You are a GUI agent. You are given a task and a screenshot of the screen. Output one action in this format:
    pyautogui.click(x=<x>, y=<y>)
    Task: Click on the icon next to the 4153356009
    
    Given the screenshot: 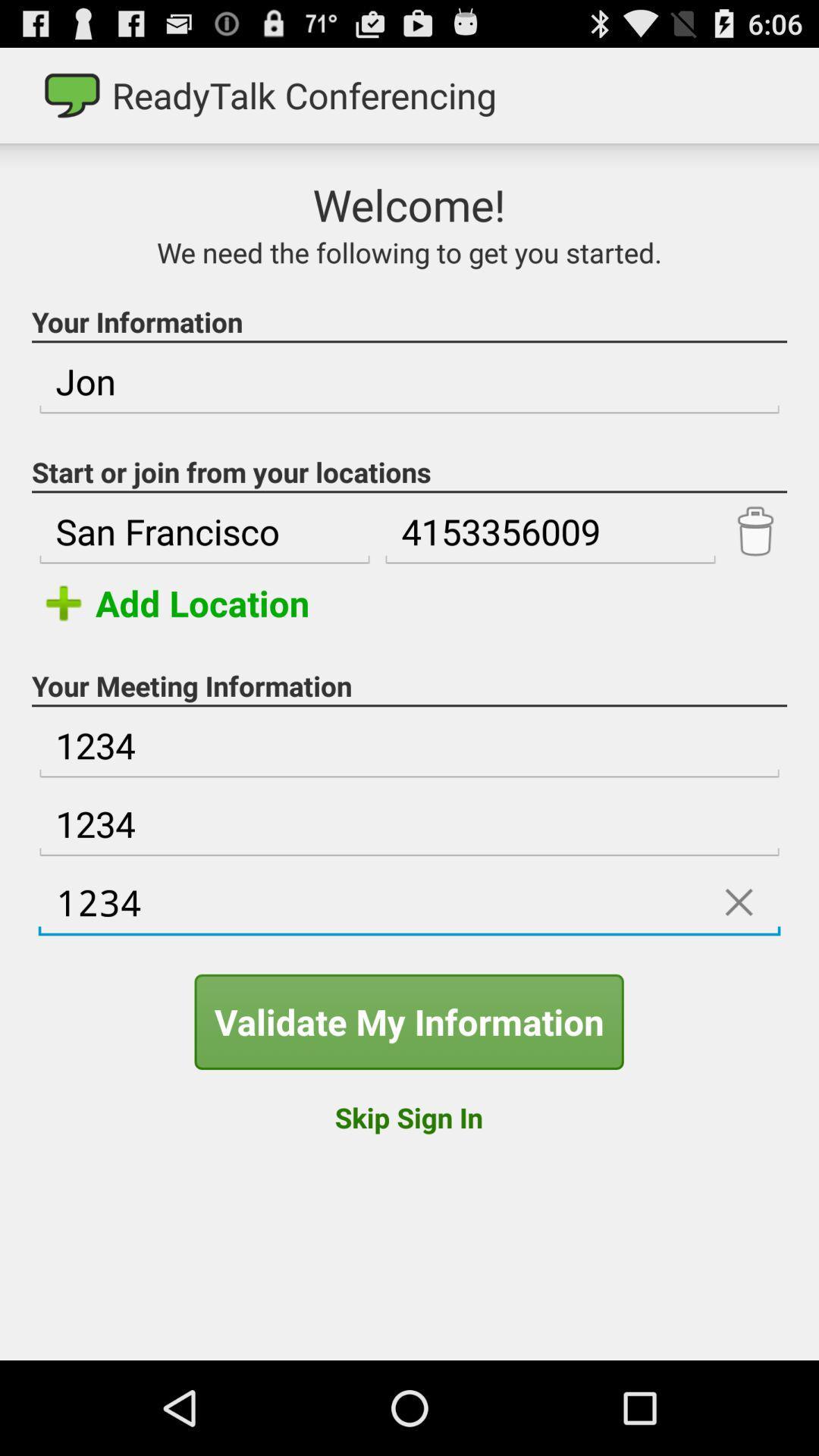 What is the action you would take?
    pyautogui.click(x=755, y=532)
    